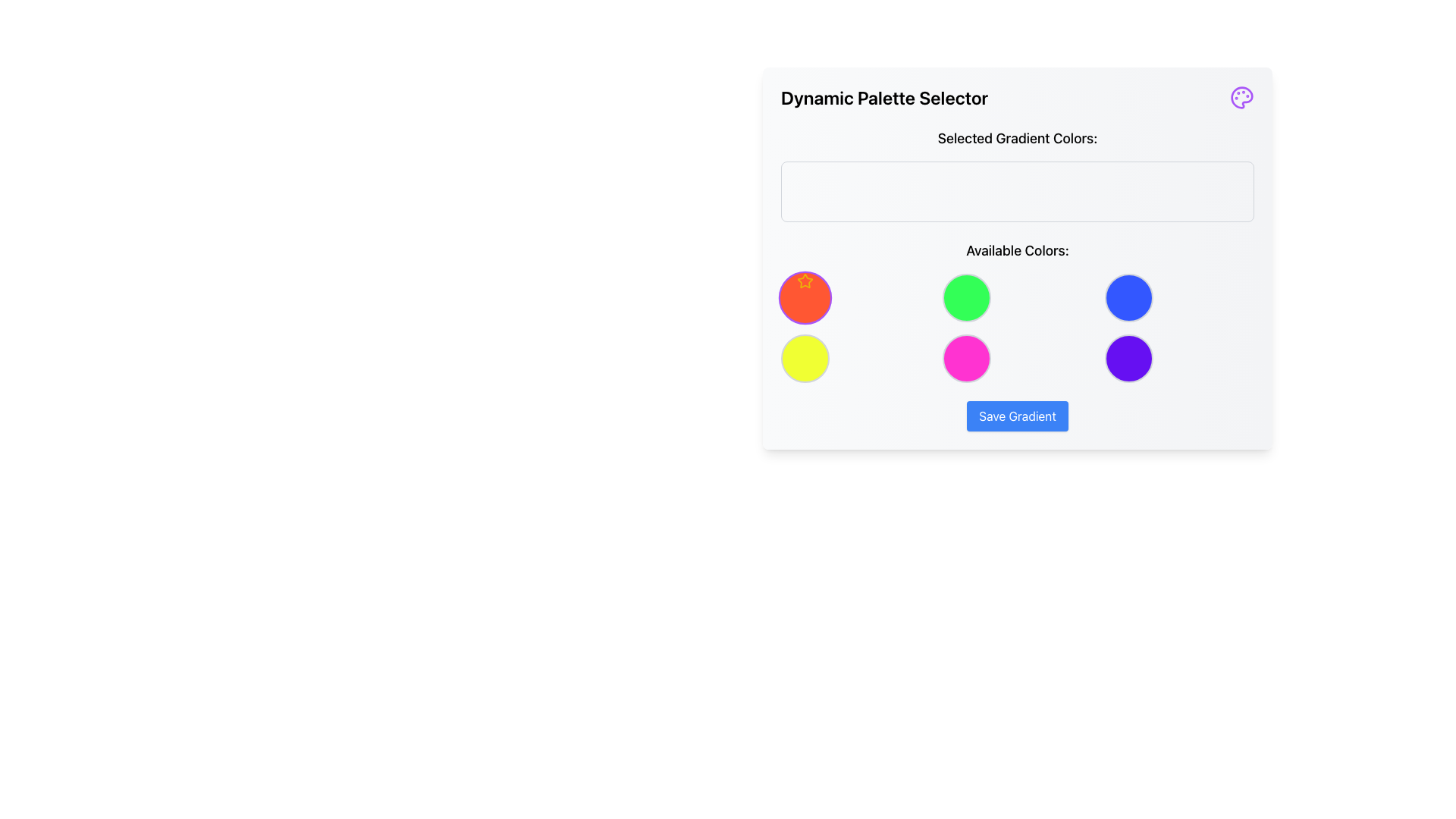 This screenshot has width=1456, height=819. I want to click on the circular UI element with a vibrant yellow background and gray border, so click(804, 359).